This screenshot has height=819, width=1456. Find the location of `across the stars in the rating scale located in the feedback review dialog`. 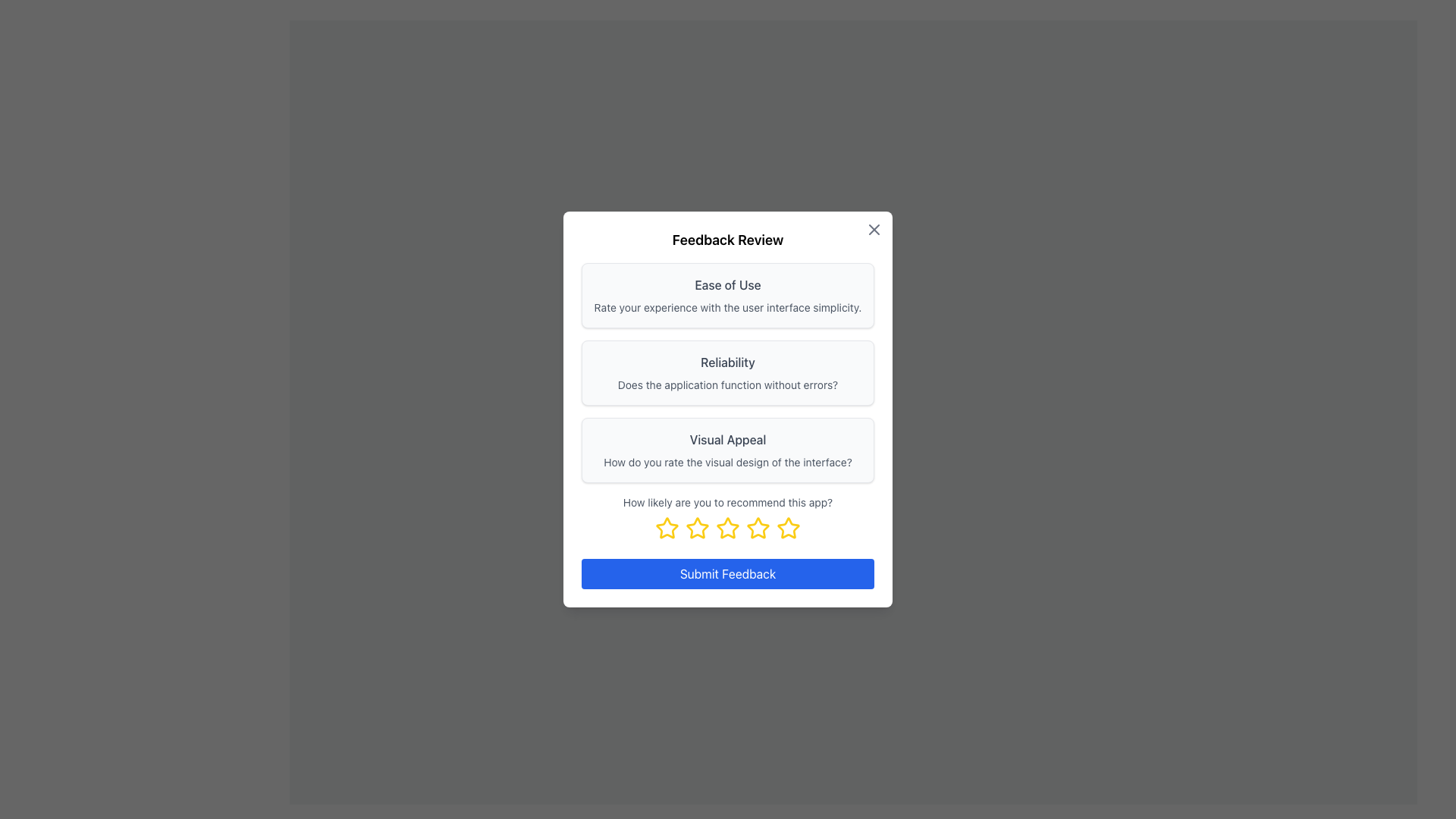

across the stars in the rating scale located in the feedback review dialog is located at coordinates (728, 516).